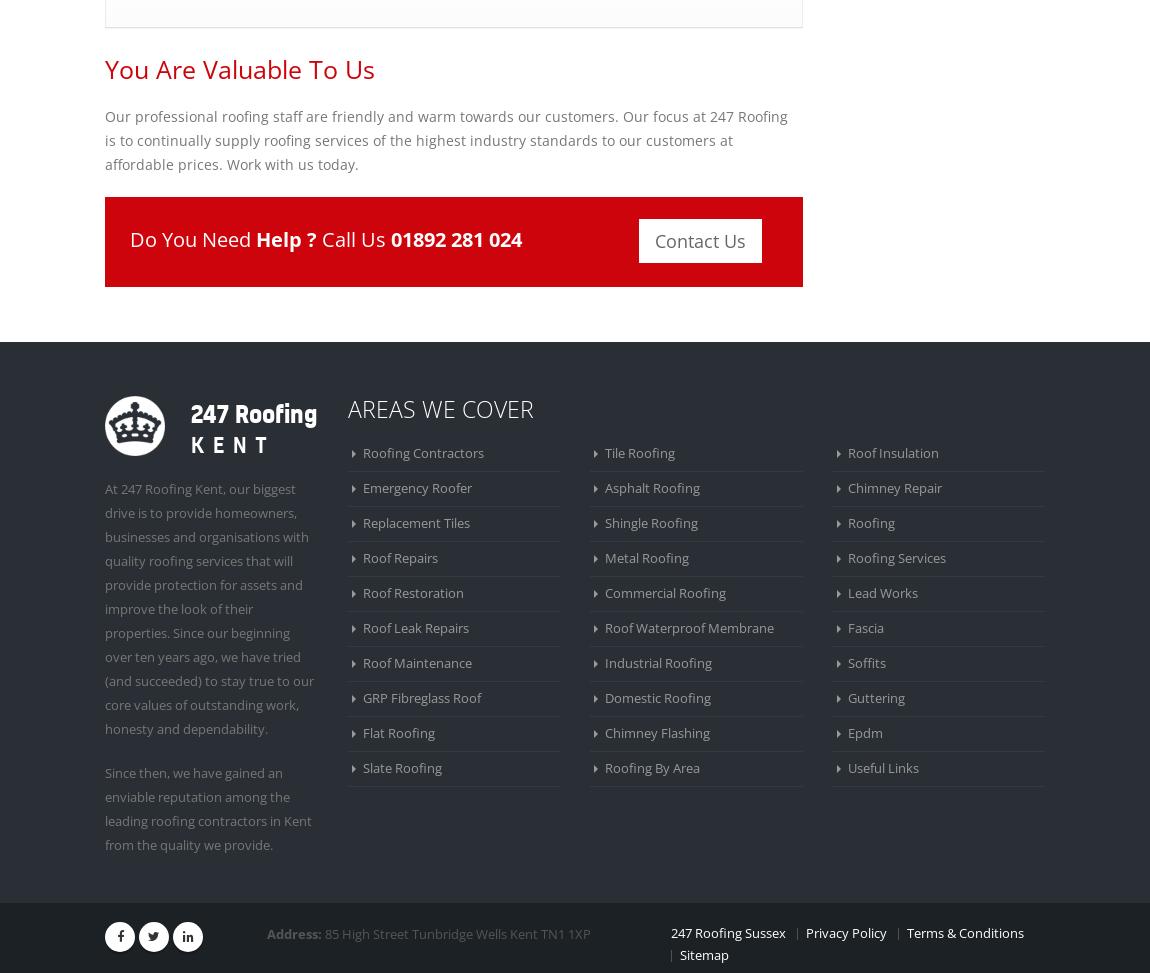 Image resolution: width=1150 pixels, height=973 pixels. Describe the element at coordinates (191, 238) in the screenshot. I see `'Do You Need'` at that location.